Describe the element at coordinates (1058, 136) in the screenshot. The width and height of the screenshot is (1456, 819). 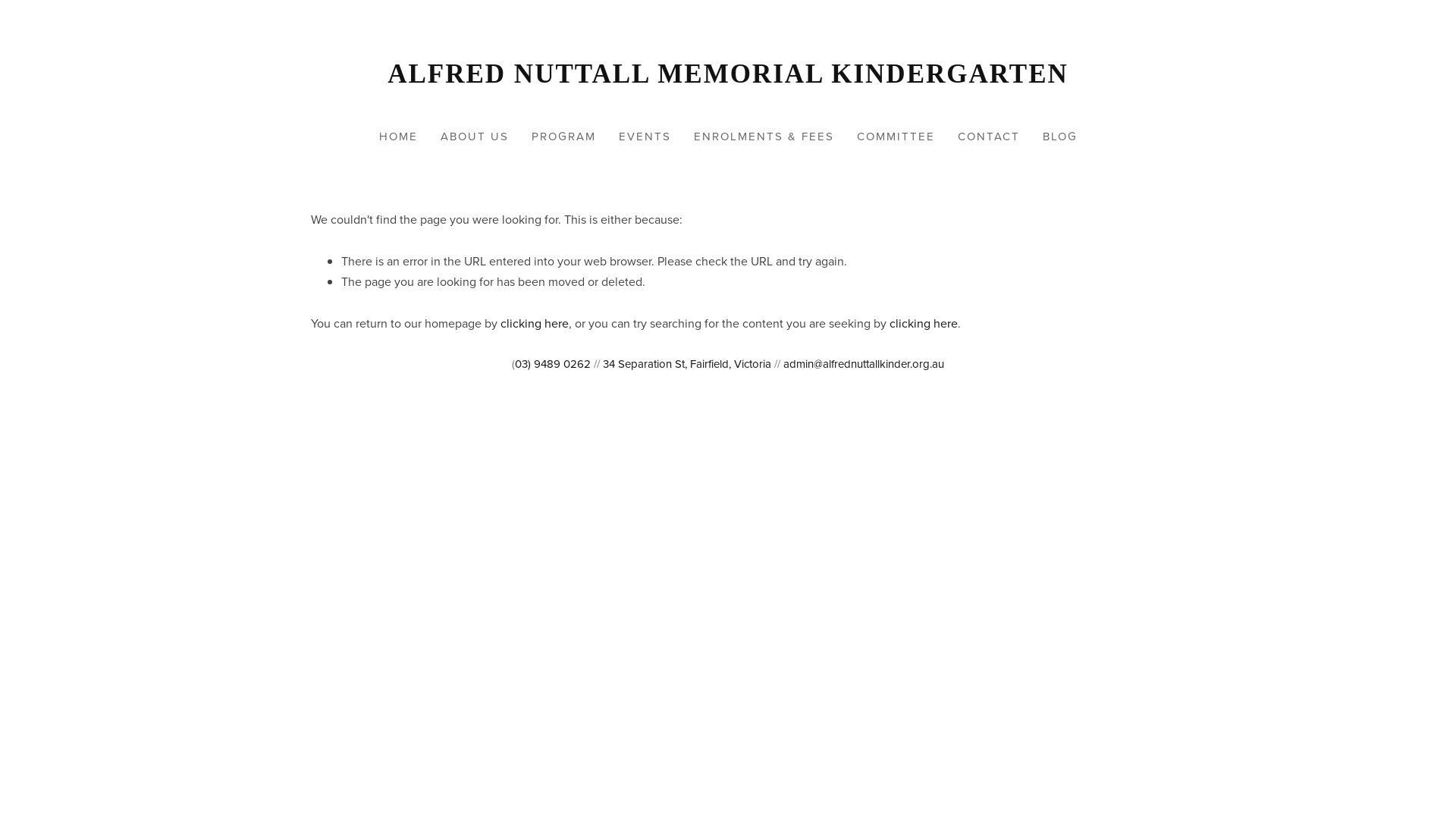
I see `'BLOG'` at that location.